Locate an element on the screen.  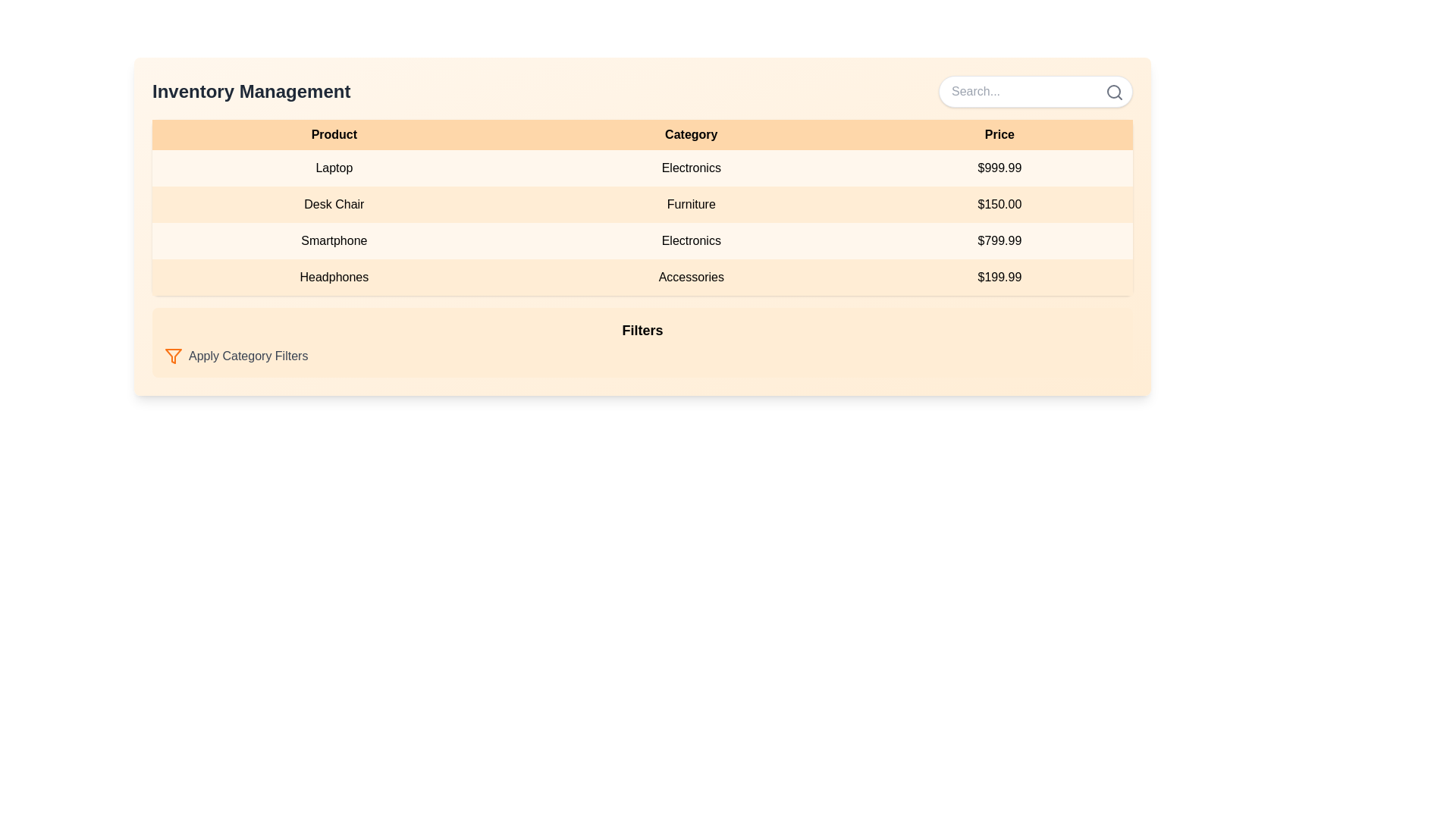
the price display text field in the second row of the table, which shows the price of the 'Desk Chair' product in the third column labeled 'Price' is located at coordinates (999, 205).